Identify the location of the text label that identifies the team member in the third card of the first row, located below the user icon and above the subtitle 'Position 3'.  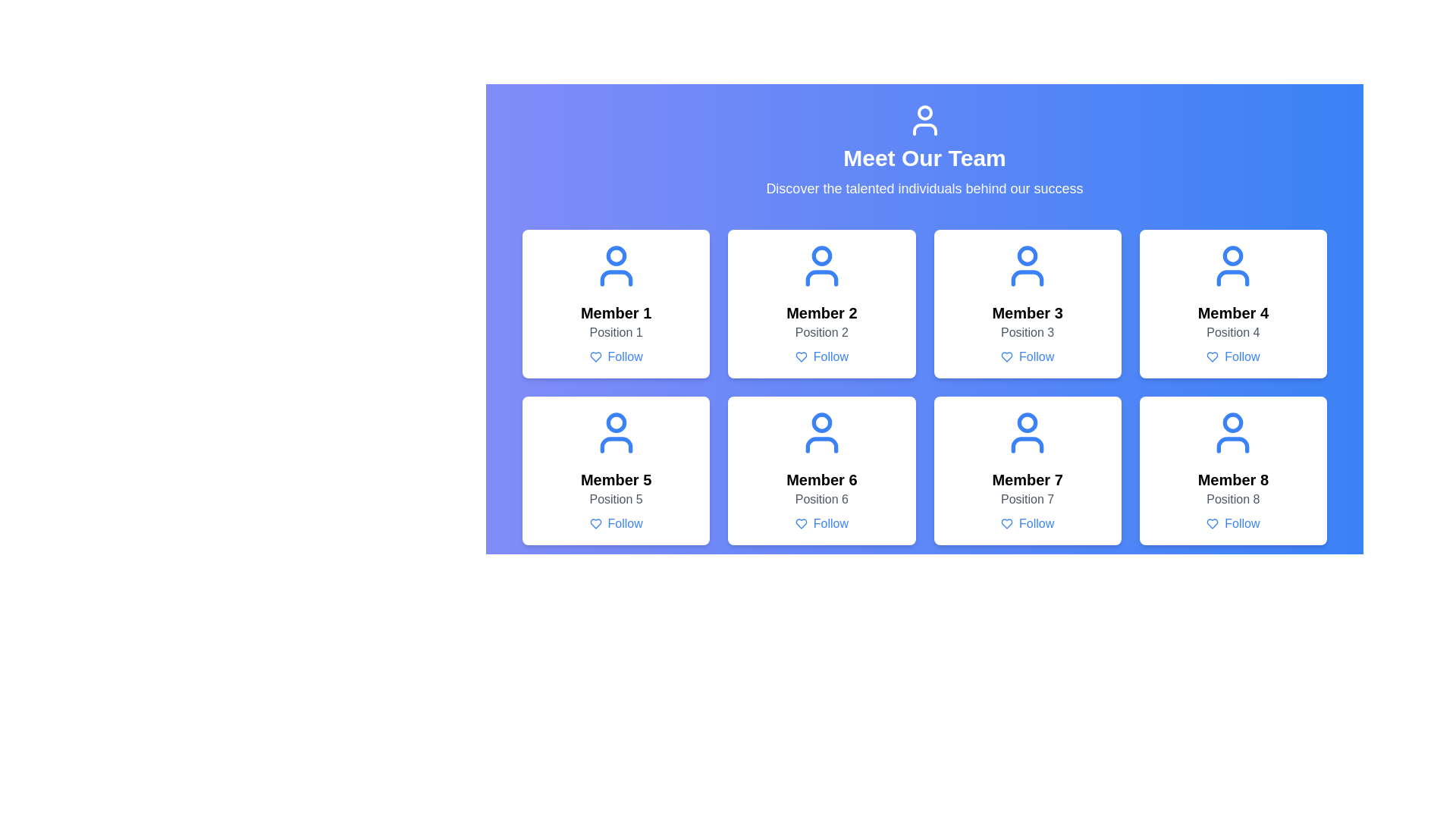
(1028, 312).